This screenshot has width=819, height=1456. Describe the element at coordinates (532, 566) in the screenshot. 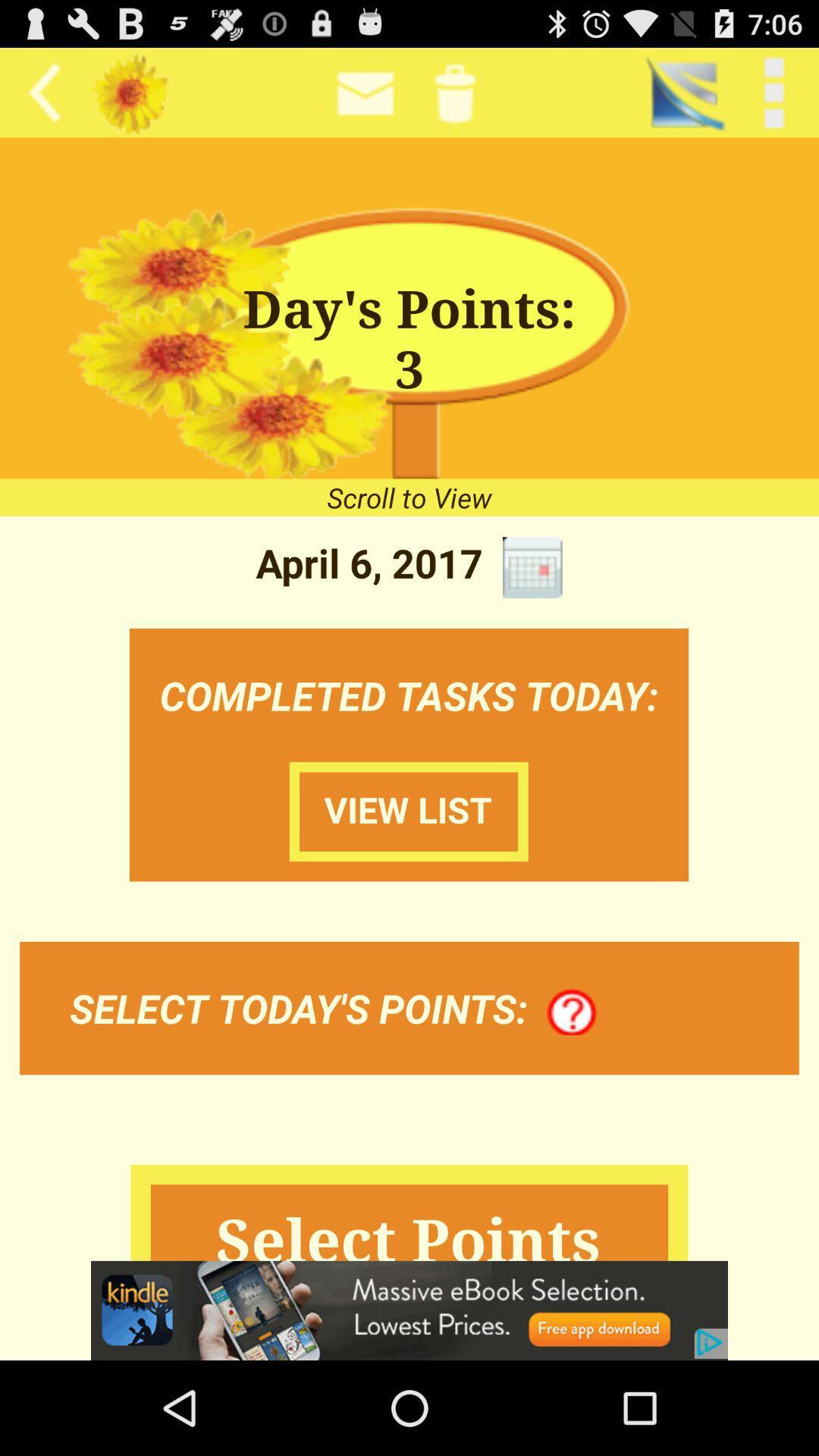

I see `icon below scroll to view icon` at that location.